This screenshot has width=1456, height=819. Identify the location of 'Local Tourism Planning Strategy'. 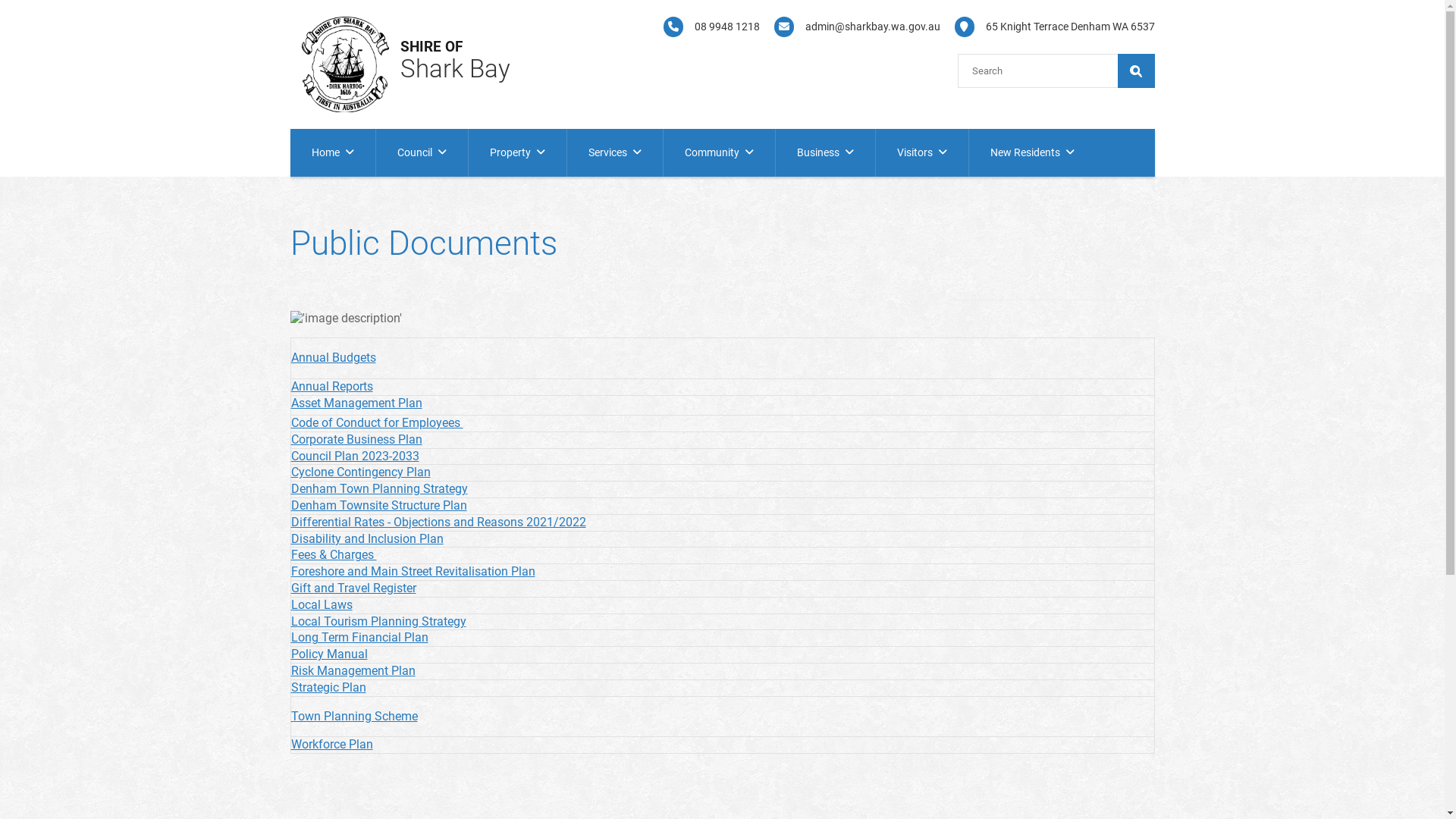
(378, 621).